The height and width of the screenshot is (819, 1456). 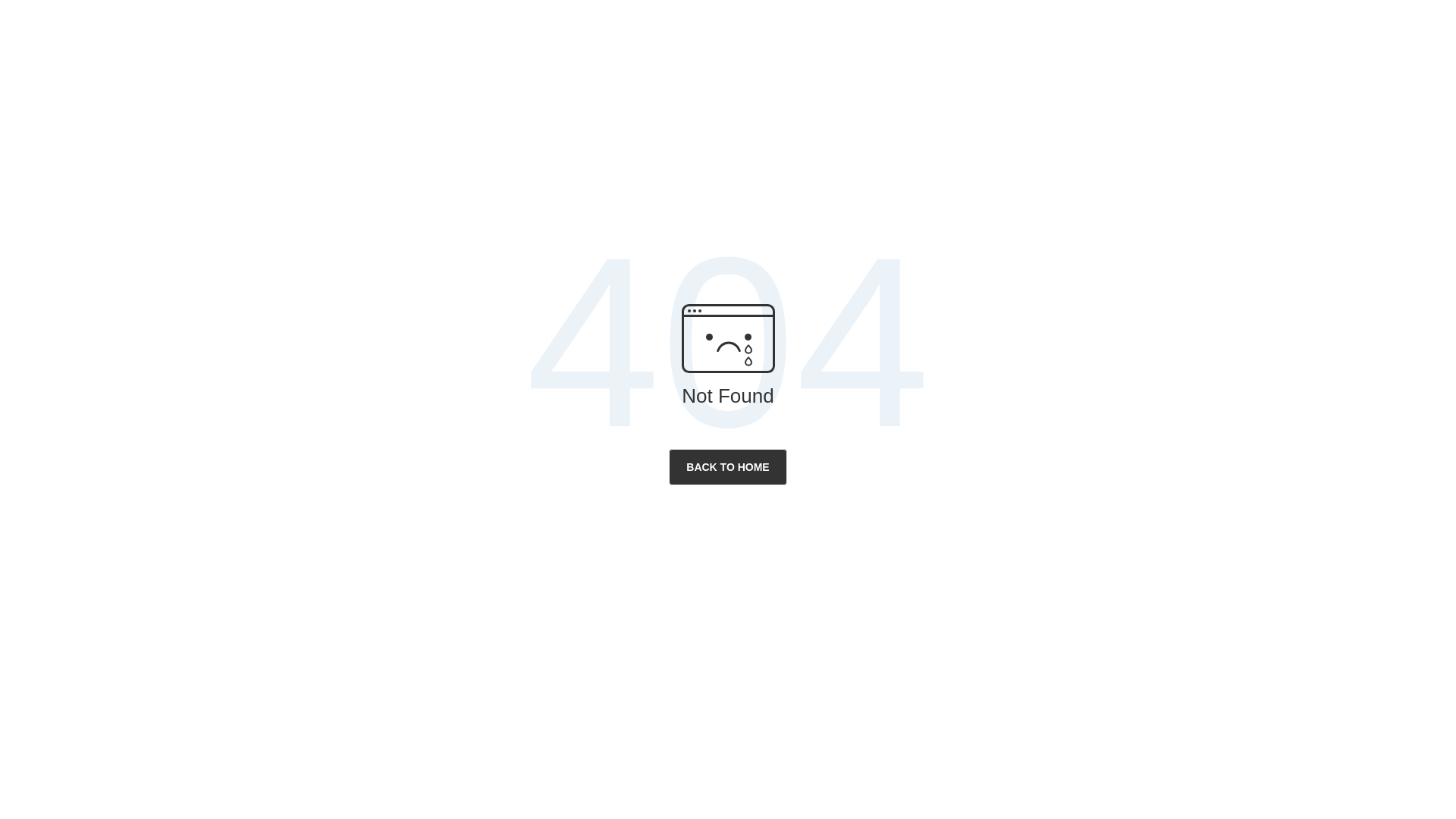 What do you see at coordinates (726, 466) in the screenshot?
I see `'BACK TO HOME'` at bounding box center [726, 466].